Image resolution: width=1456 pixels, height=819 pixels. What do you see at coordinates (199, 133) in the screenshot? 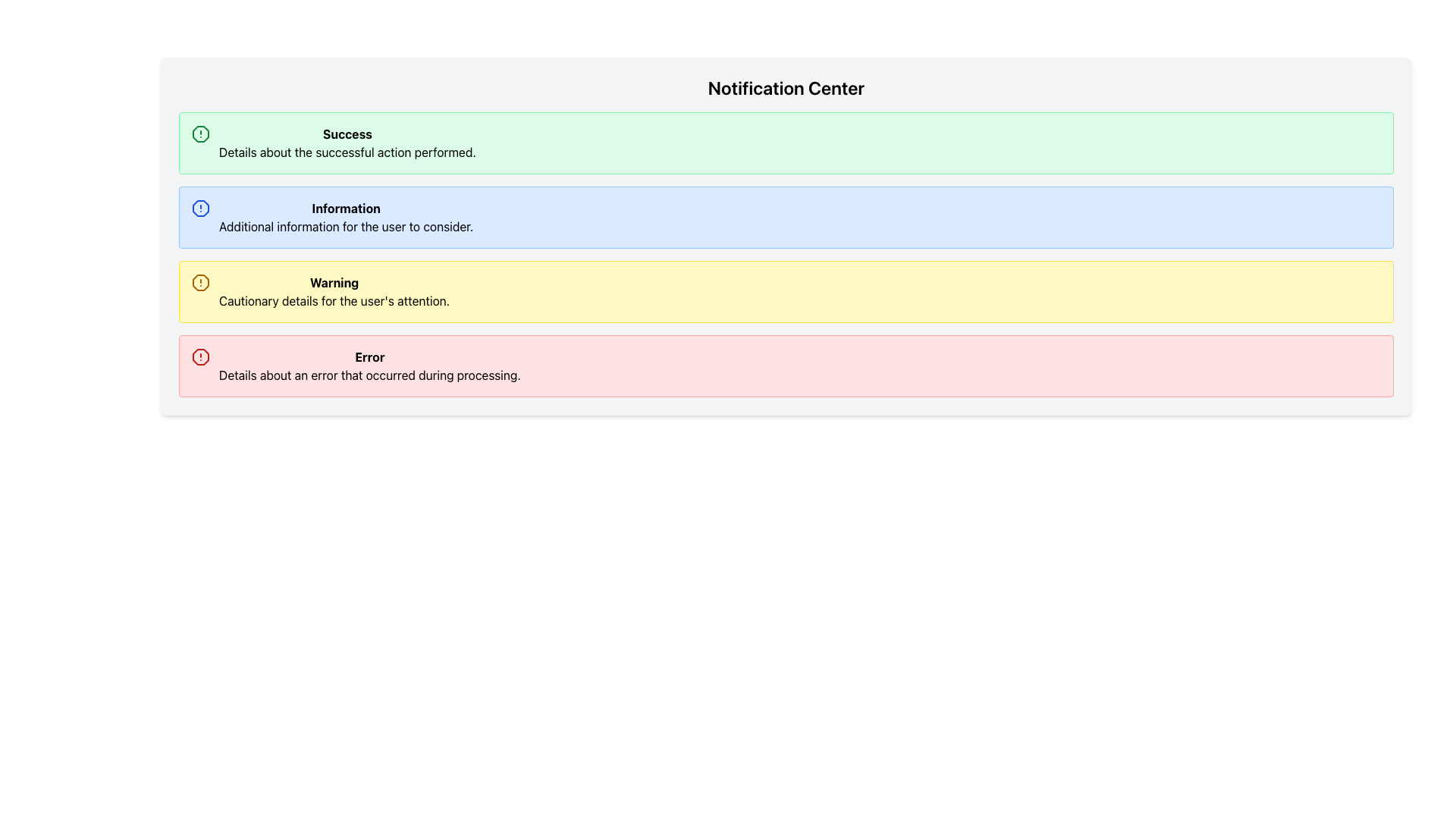
I see `'Success' status icon located at the top-left corner of the green notification panel under the 'Notification Center' heading, positioned to the left of the bold text 'Success'` at bounding box center [199, 133].